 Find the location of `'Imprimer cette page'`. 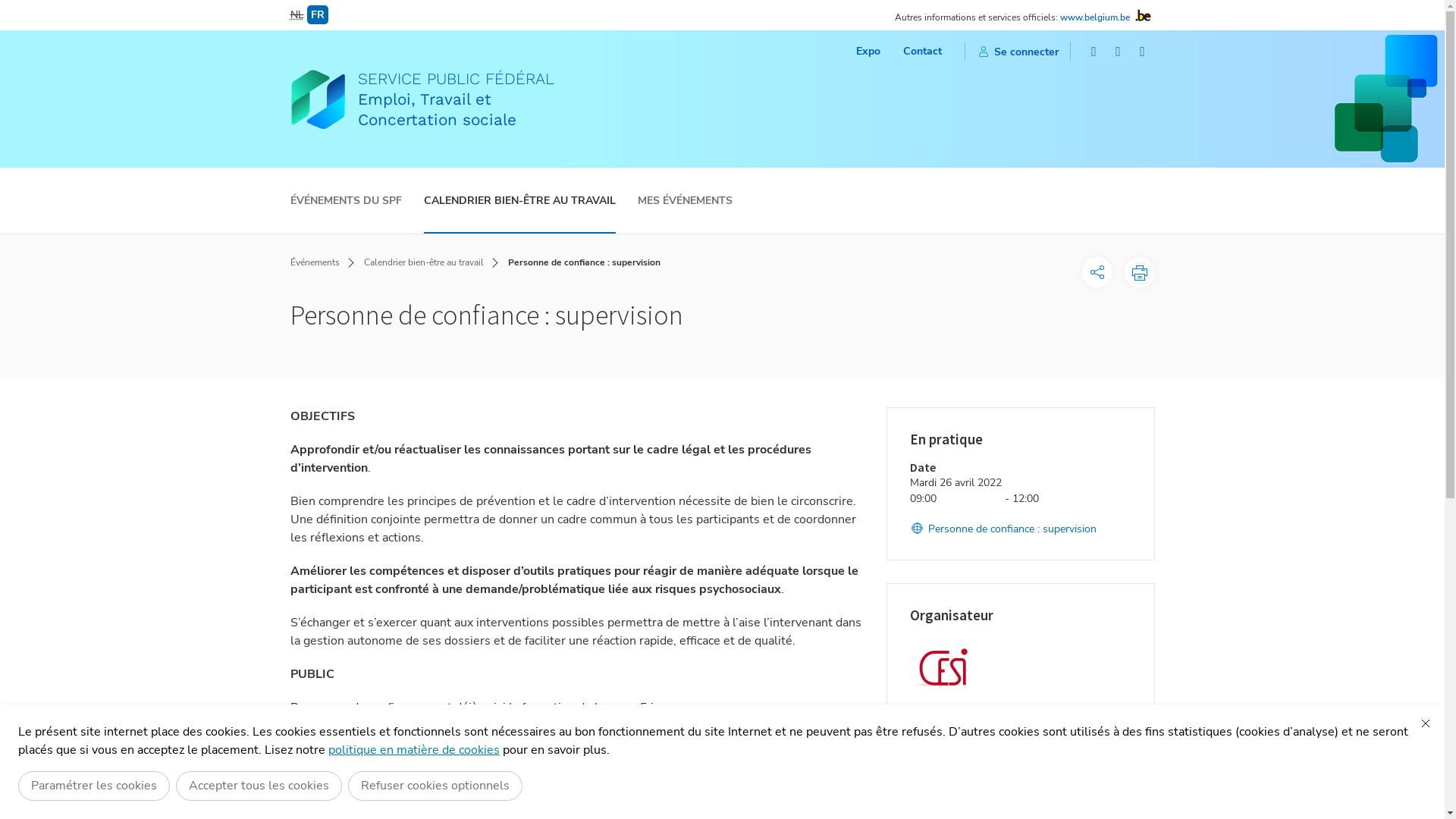

'Imprimer cette page' is located at coordinates (1139, 271).